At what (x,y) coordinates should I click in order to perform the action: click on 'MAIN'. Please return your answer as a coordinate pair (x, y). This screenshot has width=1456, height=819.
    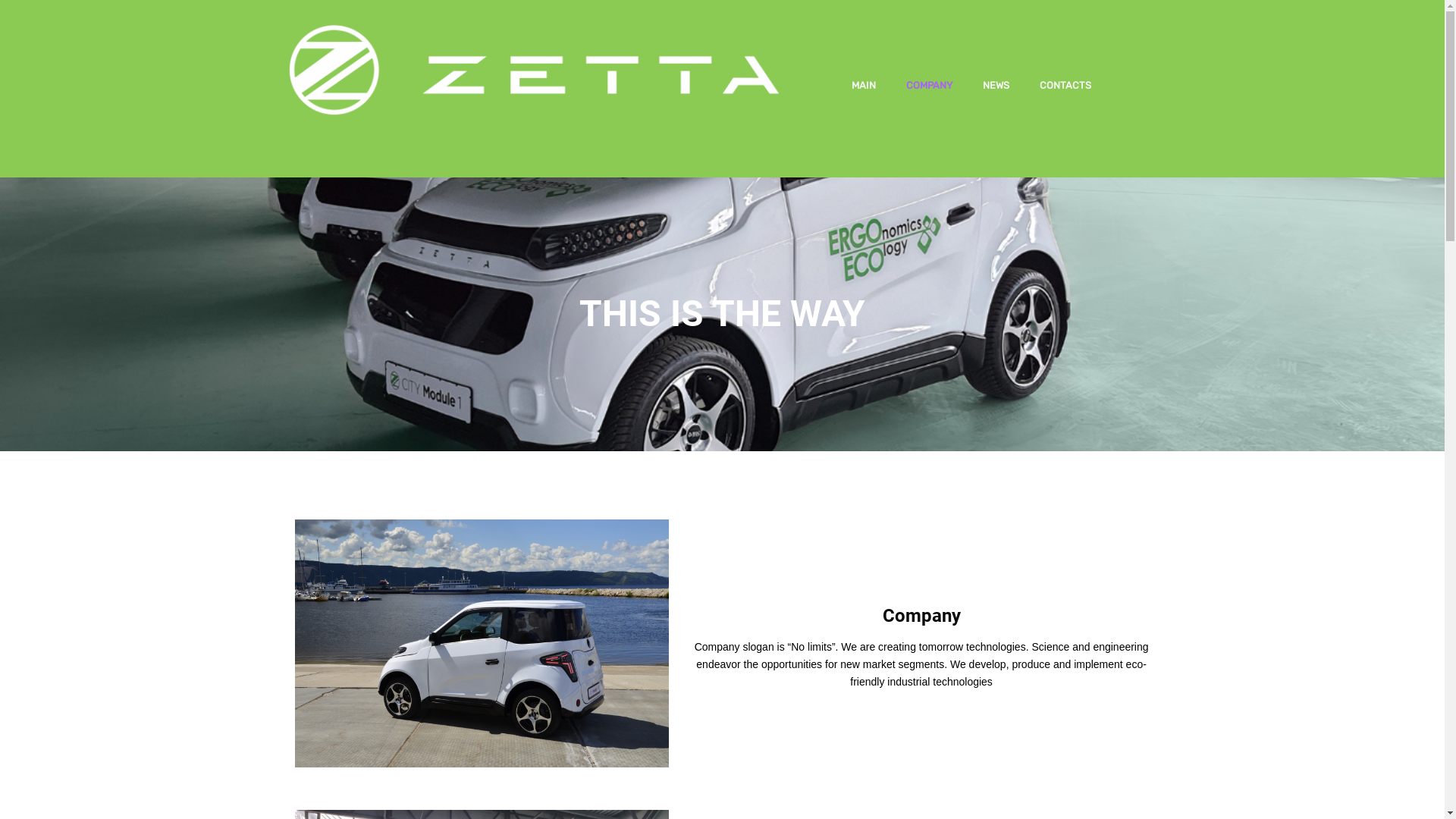
    Looking at the image, I should click on (863, 85).